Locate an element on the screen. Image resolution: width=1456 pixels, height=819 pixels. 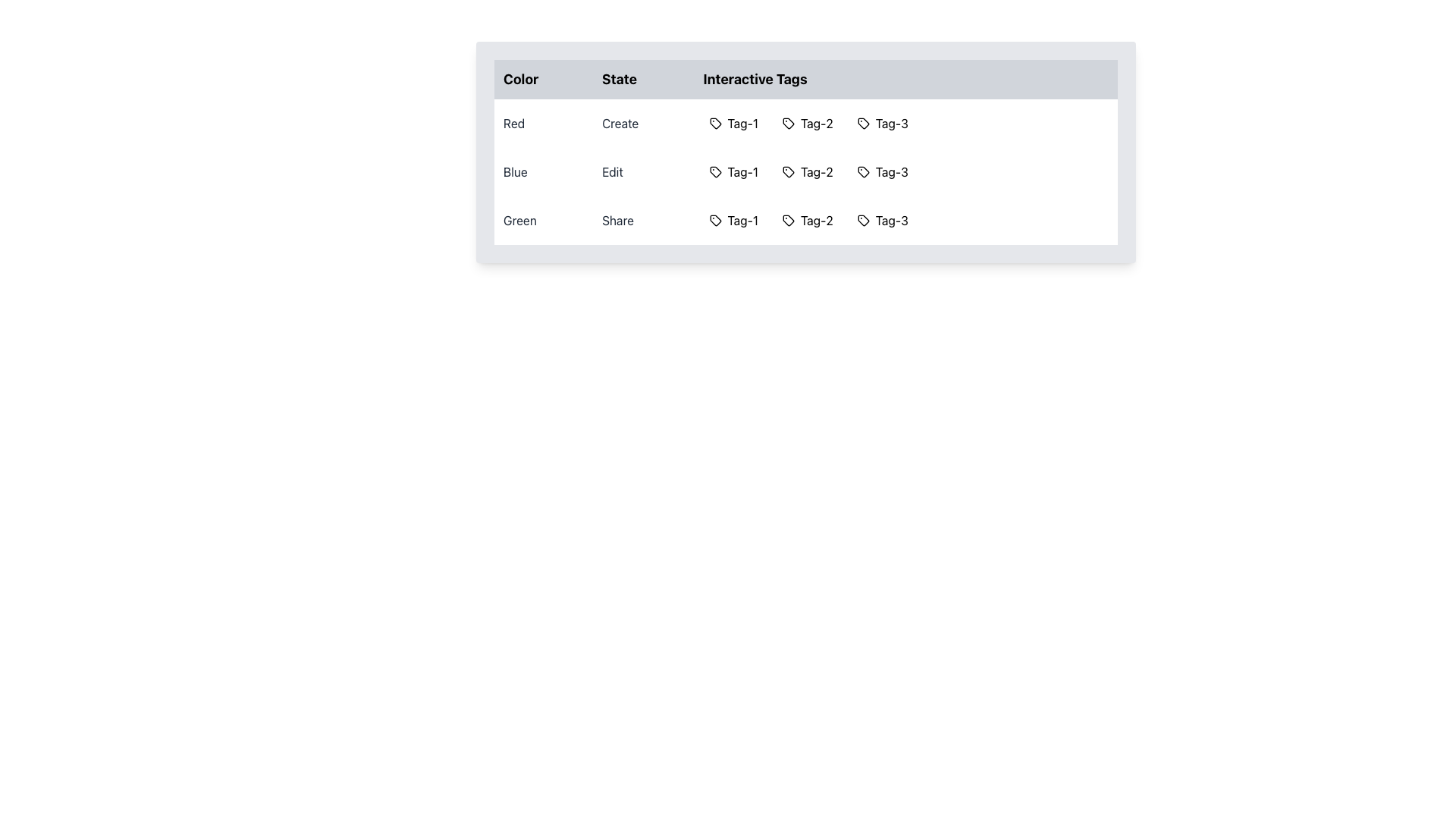
last row of the table that displays elements associated with the 'Green Share' action, located below the 'Red Create' and 'Blue Edit' rows is located at coordinates (805, 220).